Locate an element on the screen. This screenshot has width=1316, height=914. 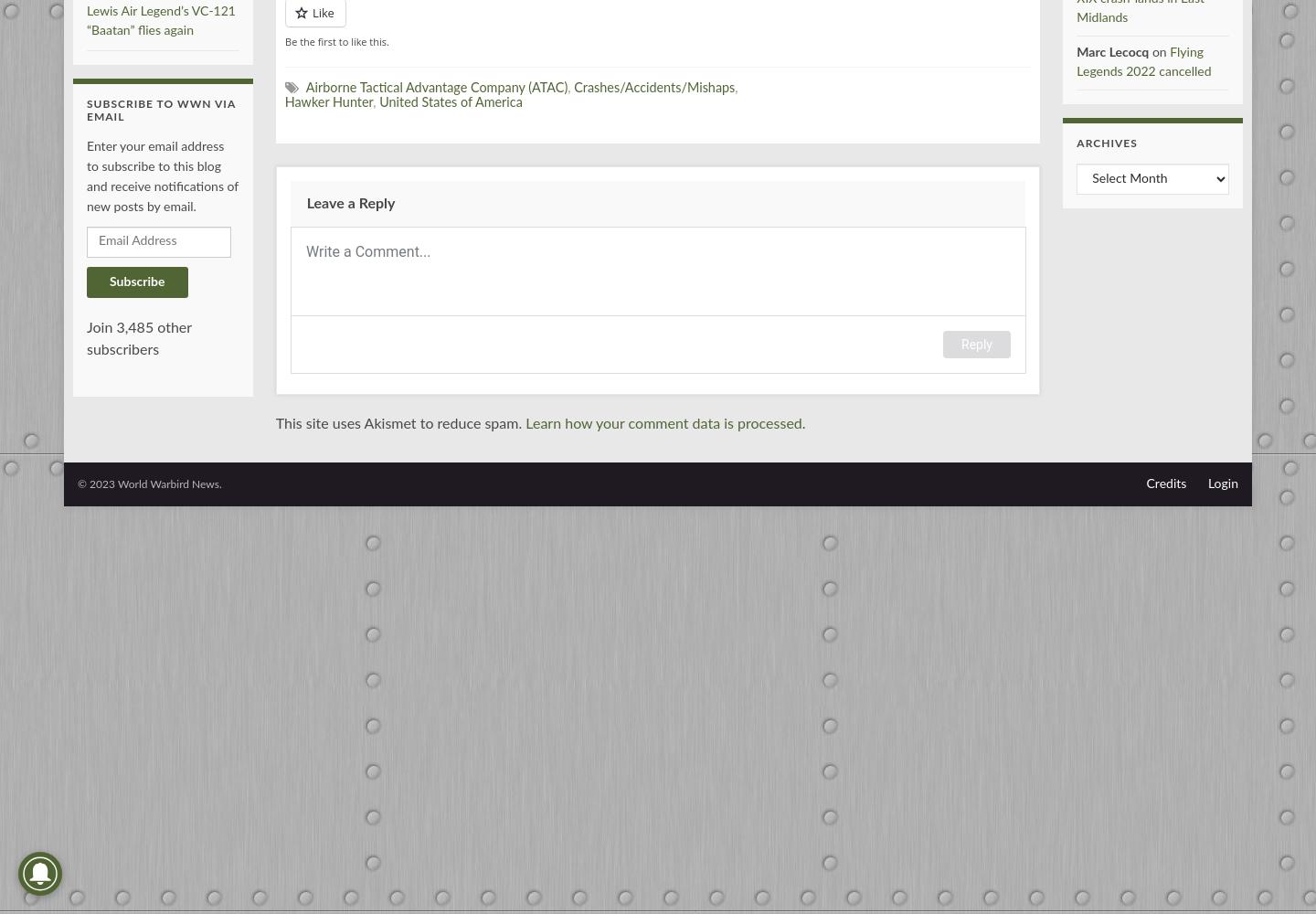
'Lewis Air Legend’s VC-121 “Baatan” flies again' is located at coordinates (159, 20).